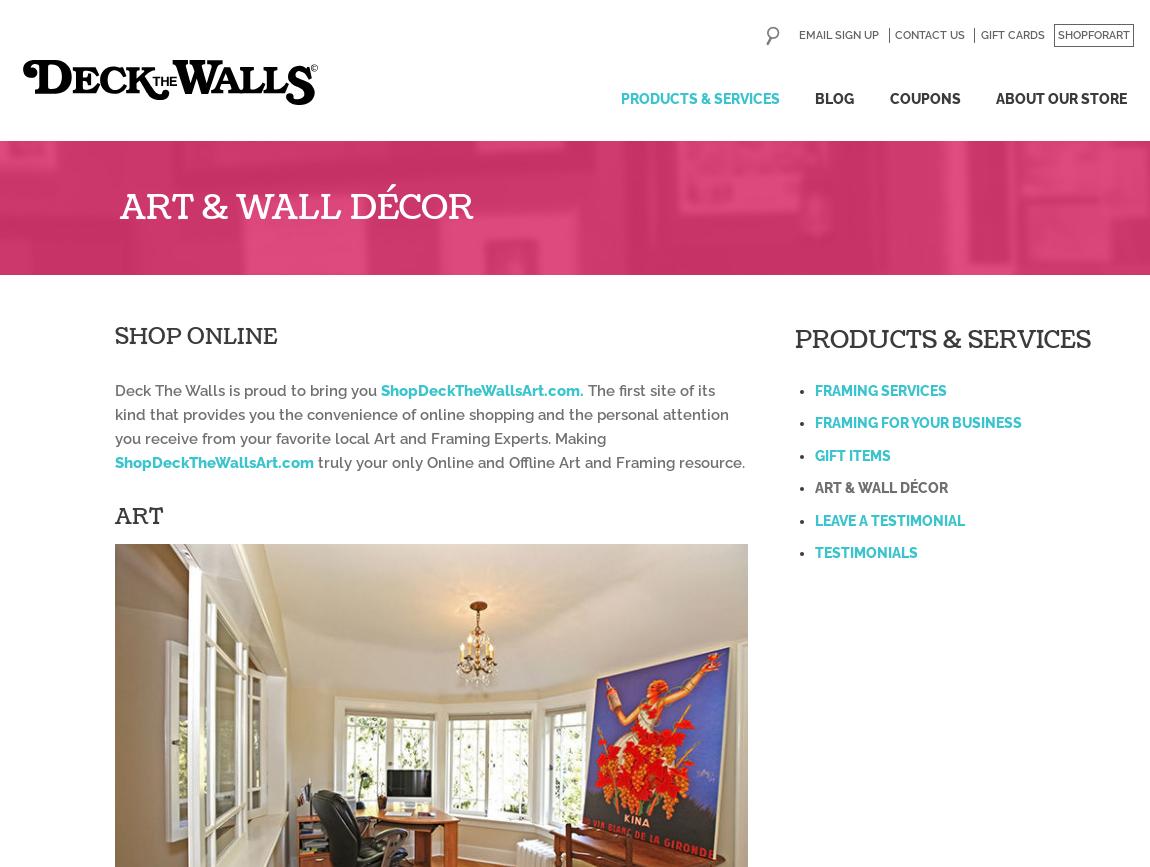 This screenshot has height=867, width=1150. What do you see at coordinates (529, 461) in the screenshot?
I see `'truly your only Online and Offline Art and Framing resource.'` at bounding box center [529, 461].